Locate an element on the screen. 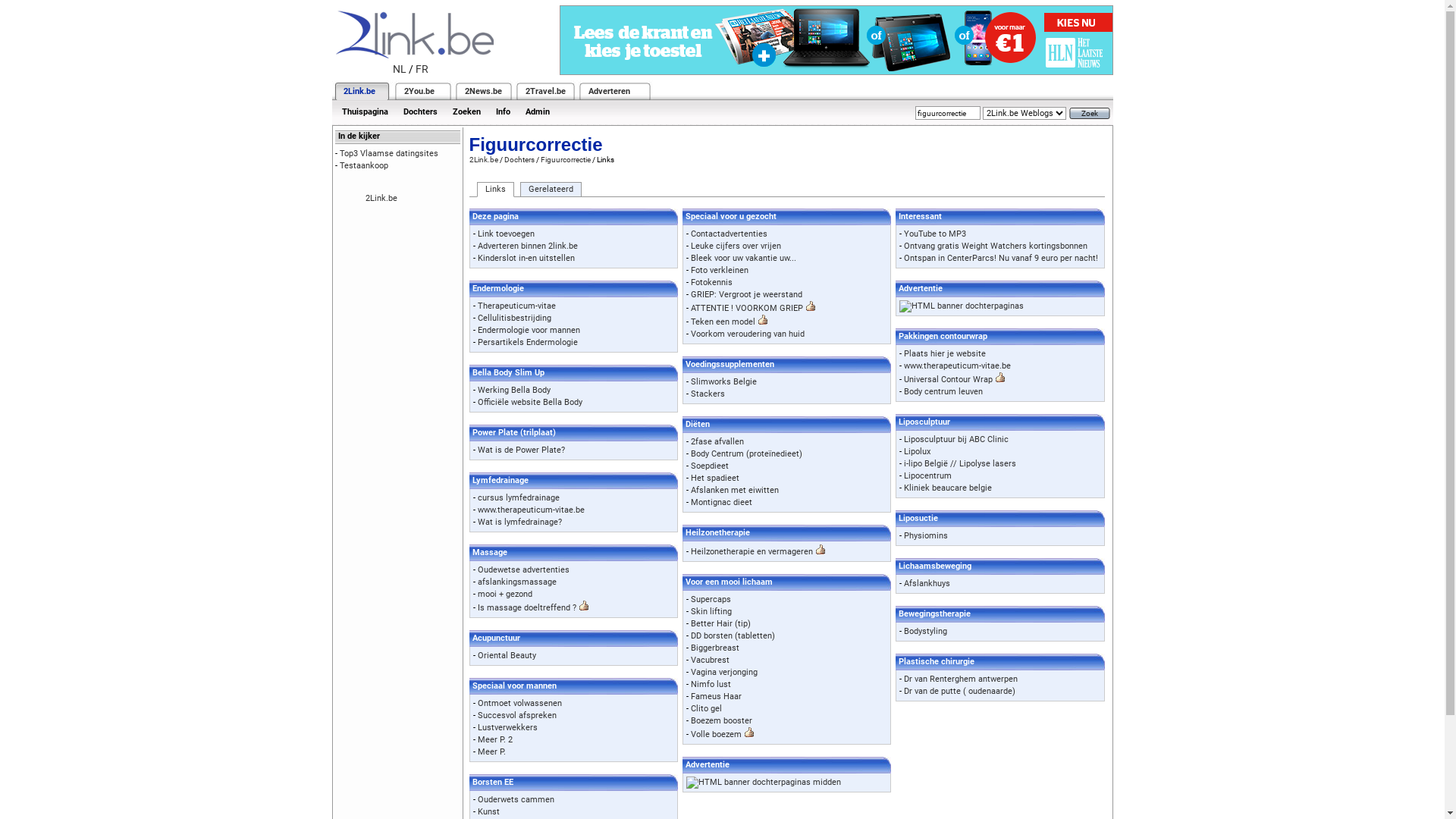 The height and width of the screenshot is (819, 1456). 'Bleek voor uw vakantie uw...' is located at coordinates (743, 257).